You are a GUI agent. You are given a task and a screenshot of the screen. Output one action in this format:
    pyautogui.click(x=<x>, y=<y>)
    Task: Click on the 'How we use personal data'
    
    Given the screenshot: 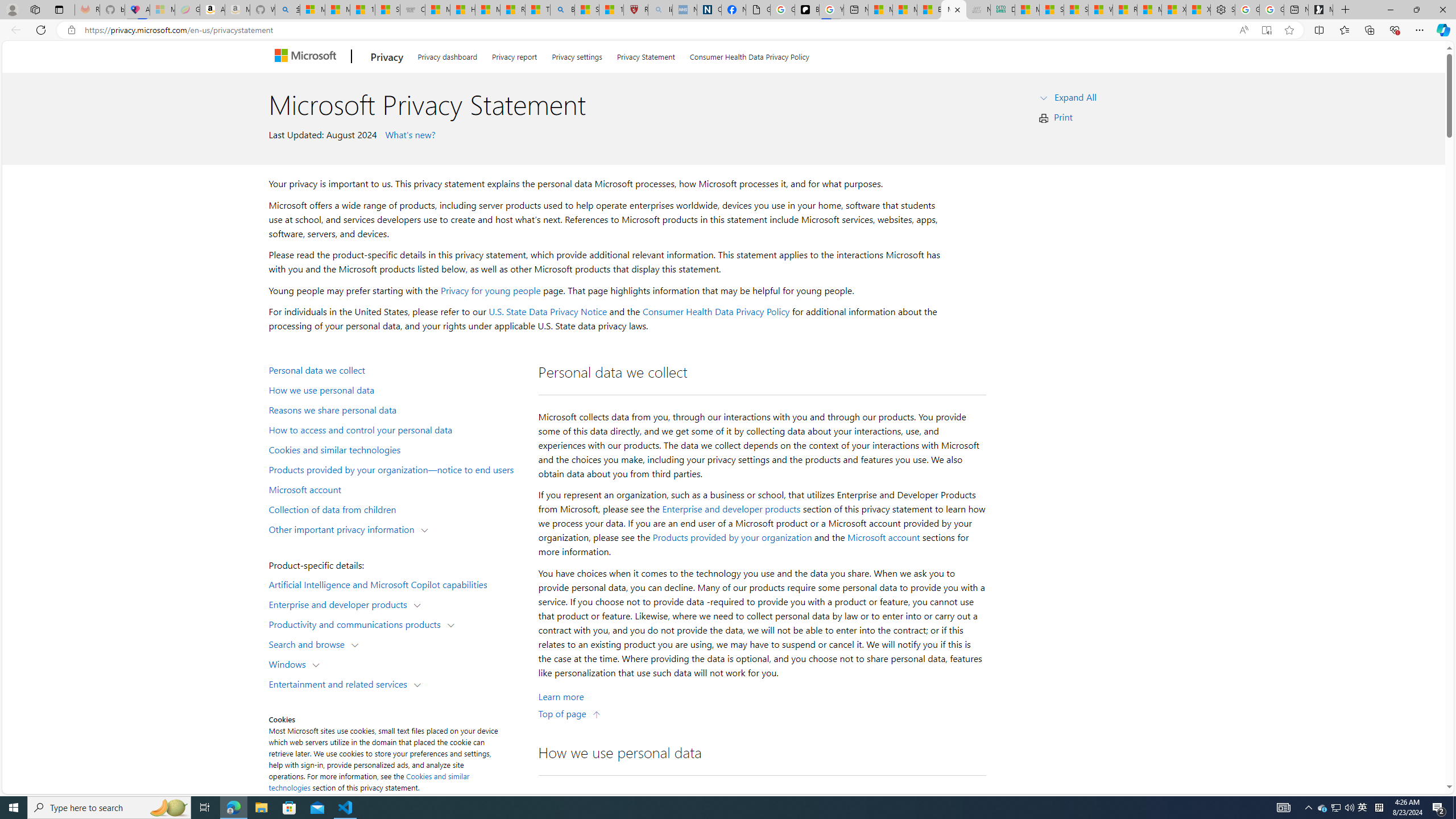 What is the action you would take?
    pyautogui.click(x=396, y=390)
    